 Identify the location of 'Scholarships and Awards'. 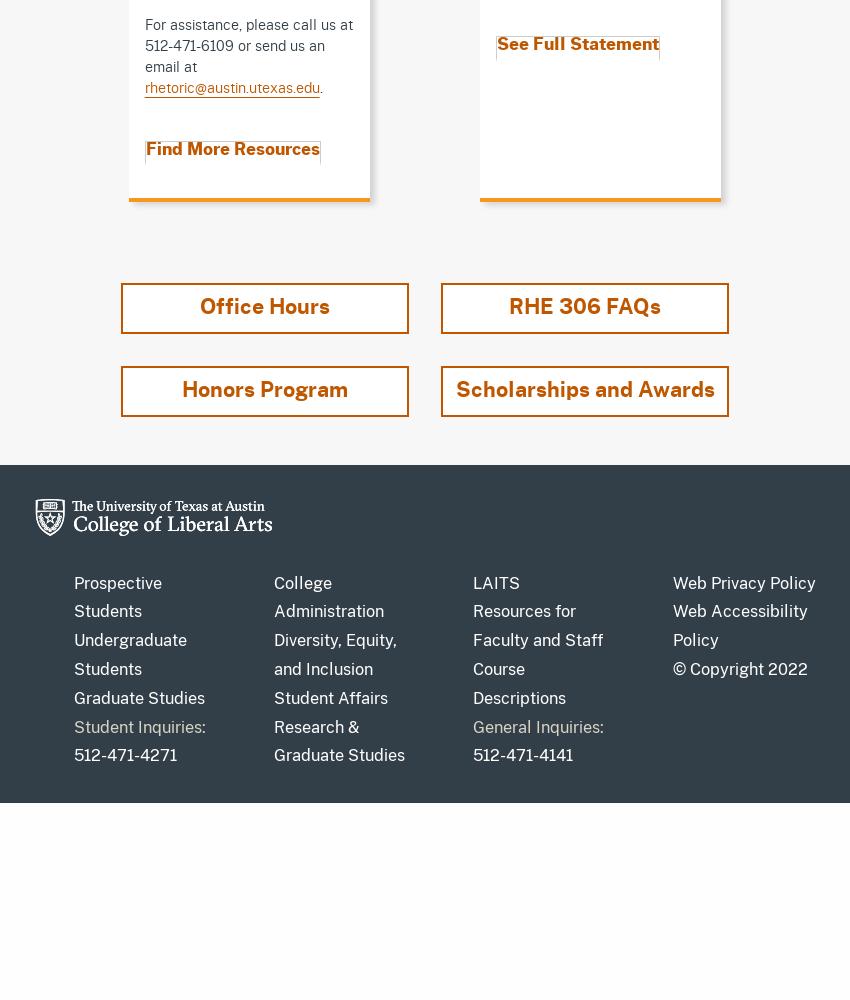
(584, 389).